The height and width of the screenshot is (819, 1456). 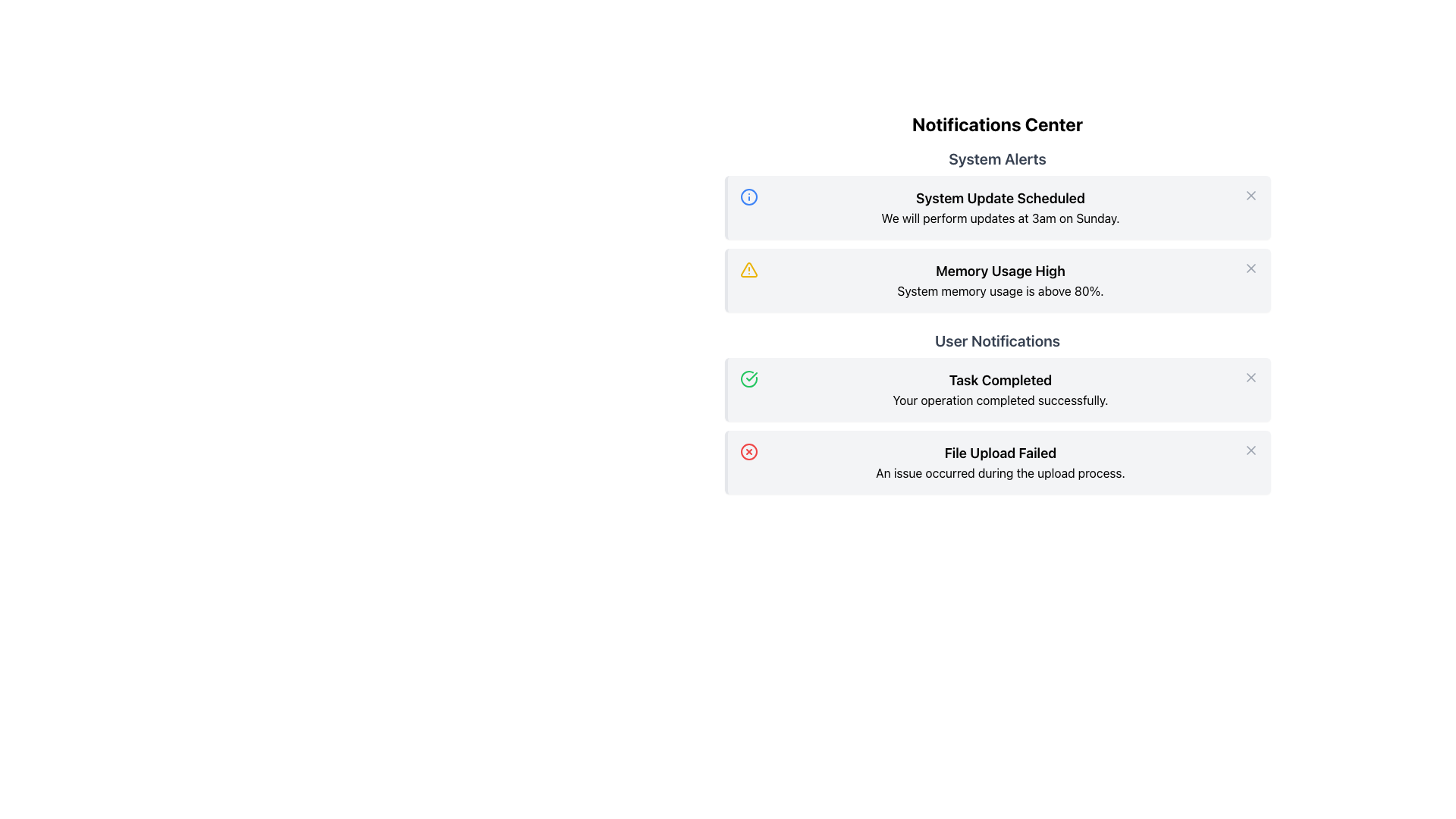 What do you see at coordinates (748, 378) in the screenshot?
I see `the circular green icon with a checkmark that indicates success, located to the left of the 'Task Completed' notification in the User Notifications section` at bounding box center [748, 378].